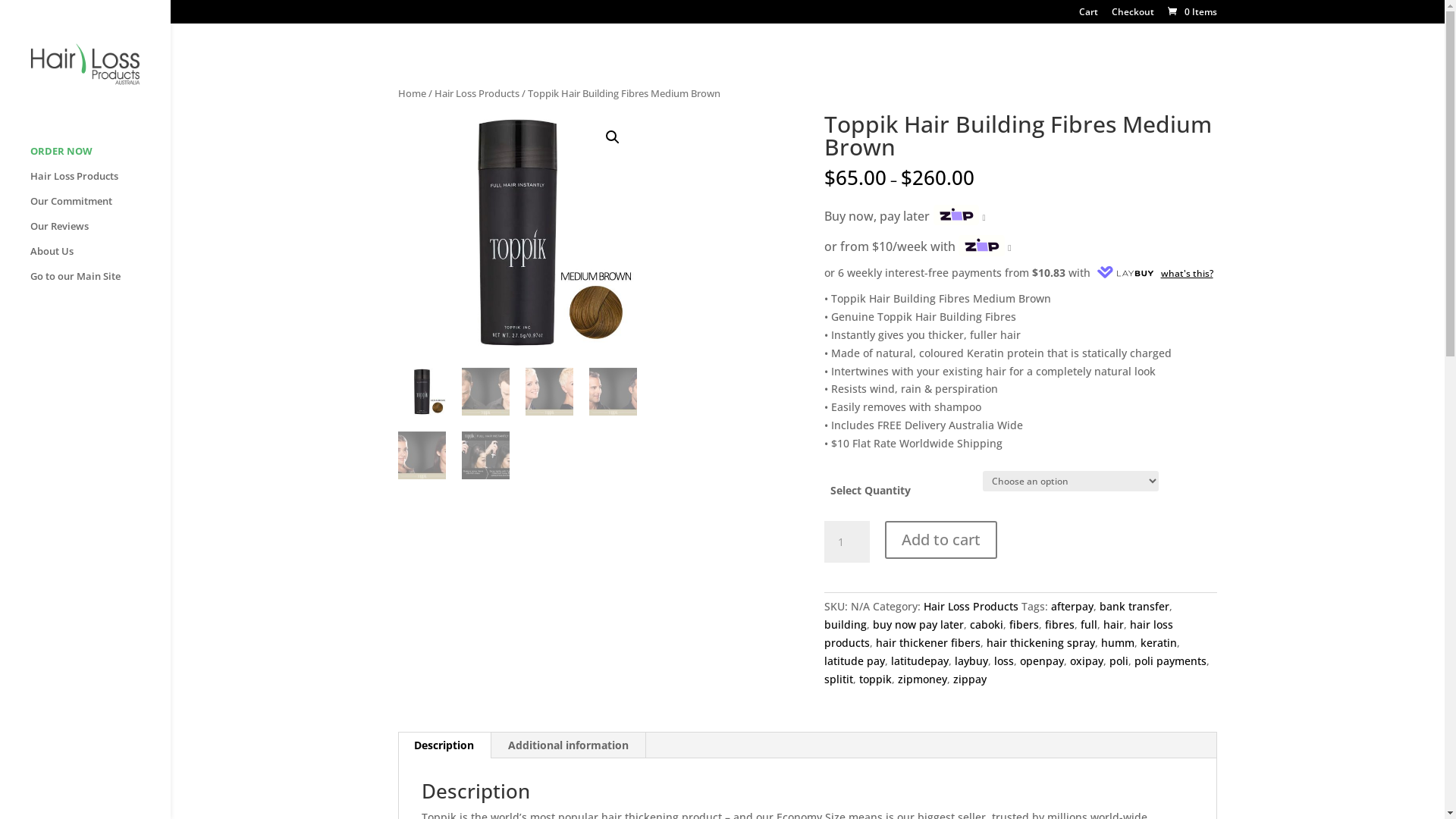 The height and width of the screenshot is (819, 1456). Describe the element at coordinates (837, 678) in the screenshot. I see `'splitit'` at that location.